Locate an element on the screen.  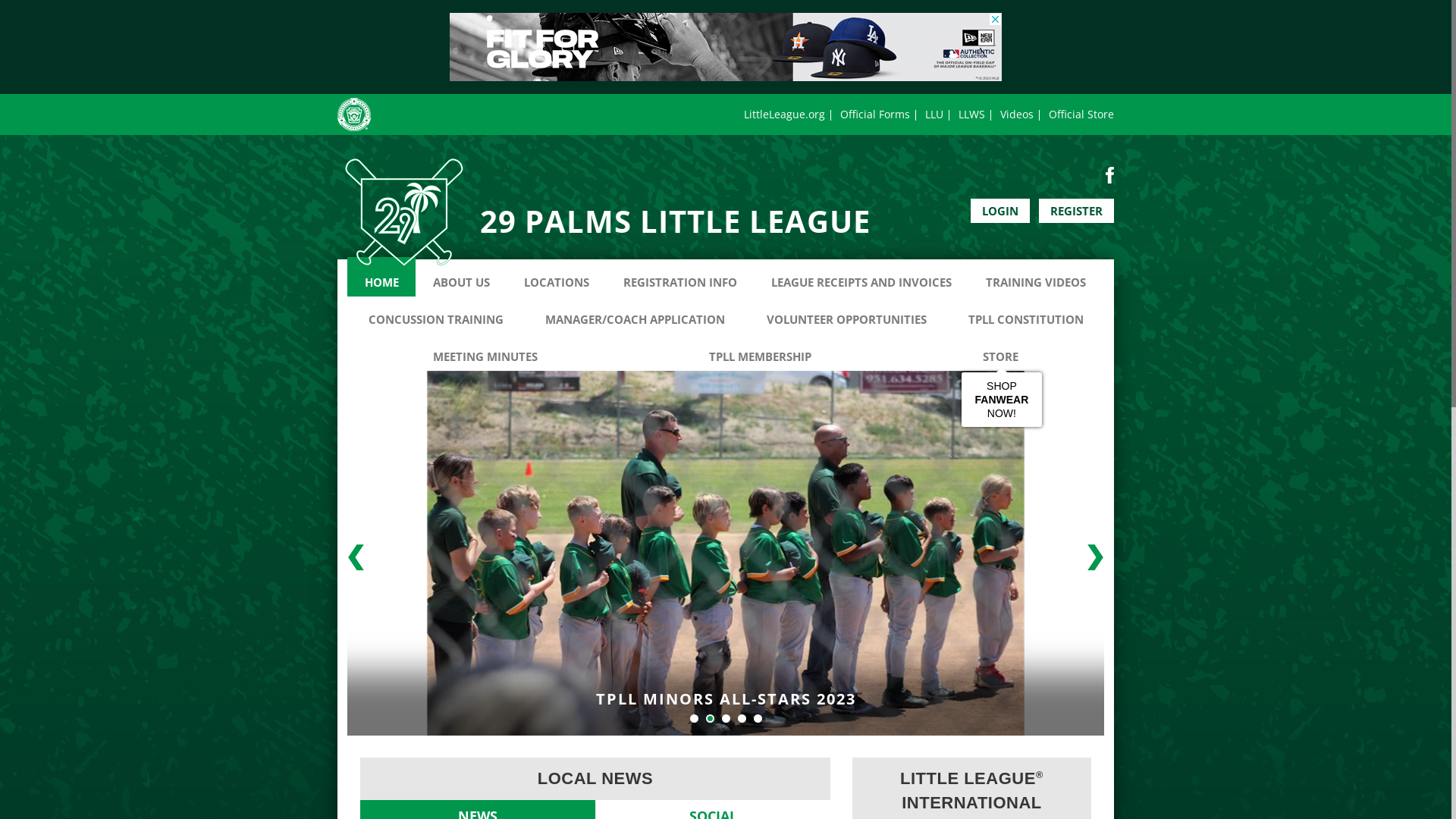
'REGISTER' is located at coordinates (1075, 210).